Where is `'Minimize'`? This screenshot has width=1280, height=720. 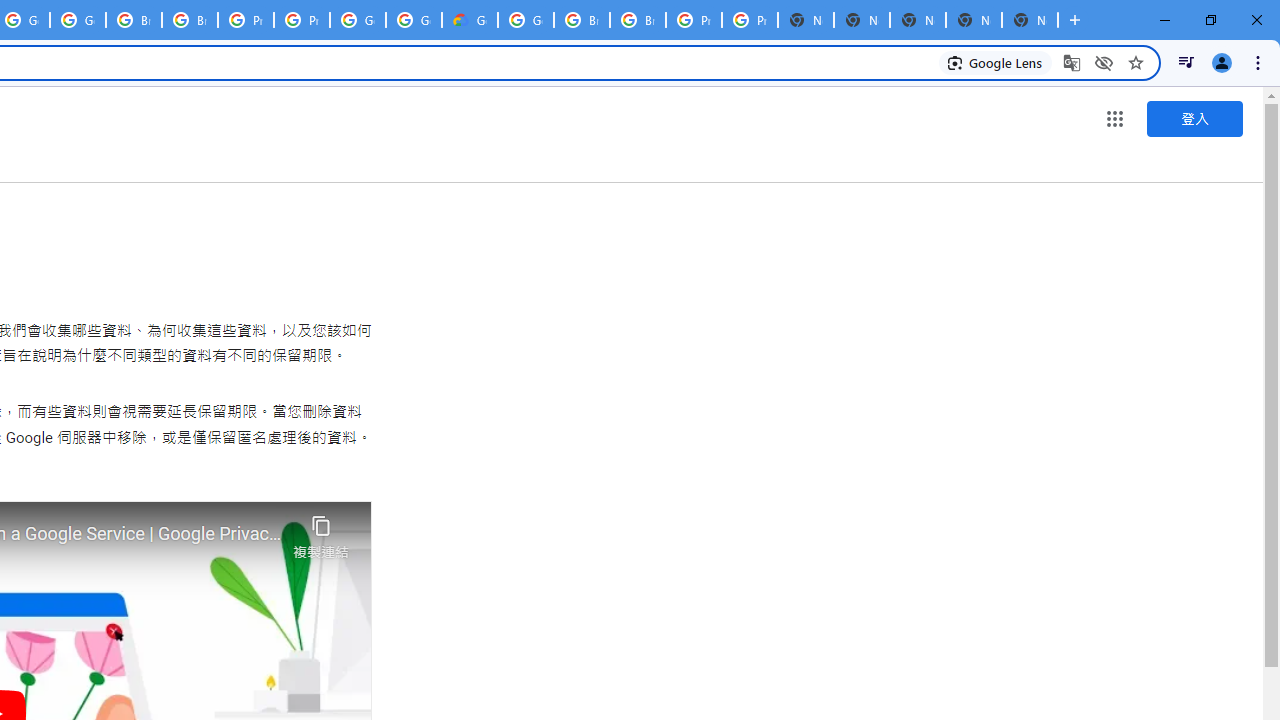
'Minimize' is located at coordinates (1165, 20).